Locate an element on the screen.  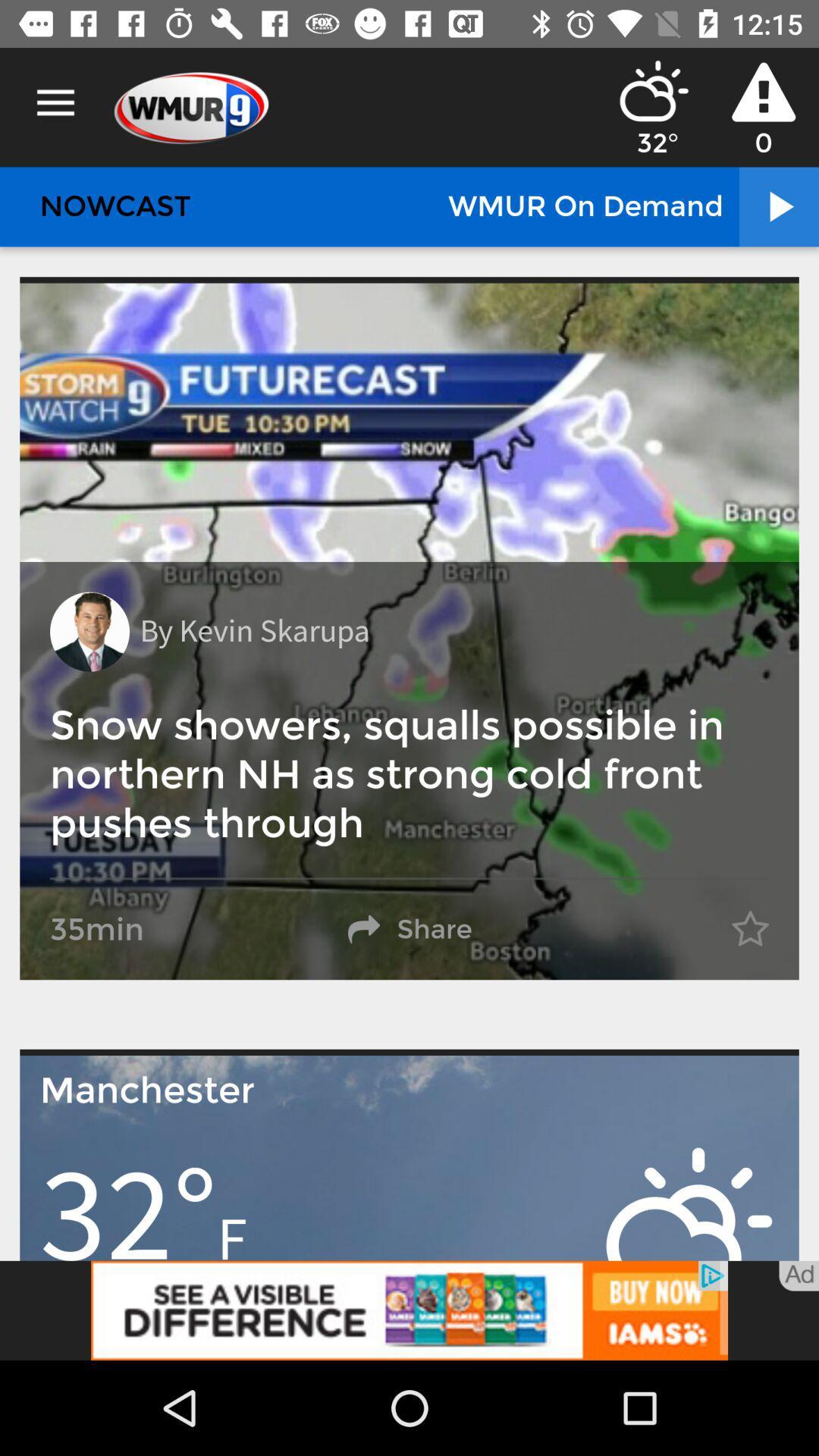
advertisements image is located at coordinates (409, 1310).